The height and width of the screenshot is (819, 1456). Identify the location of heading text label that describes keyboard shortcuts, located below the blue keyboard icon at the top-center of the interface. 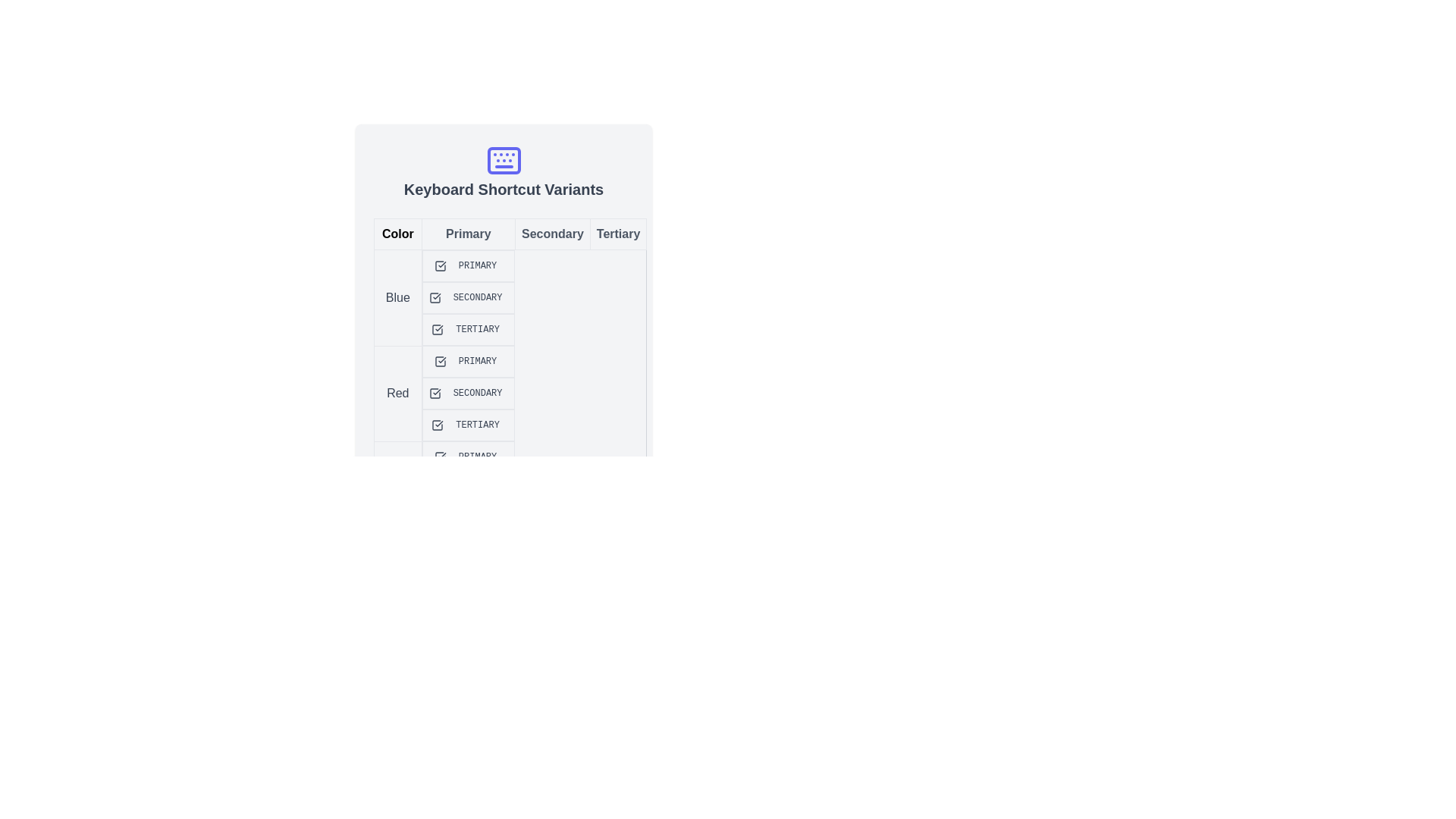
(504, 189).